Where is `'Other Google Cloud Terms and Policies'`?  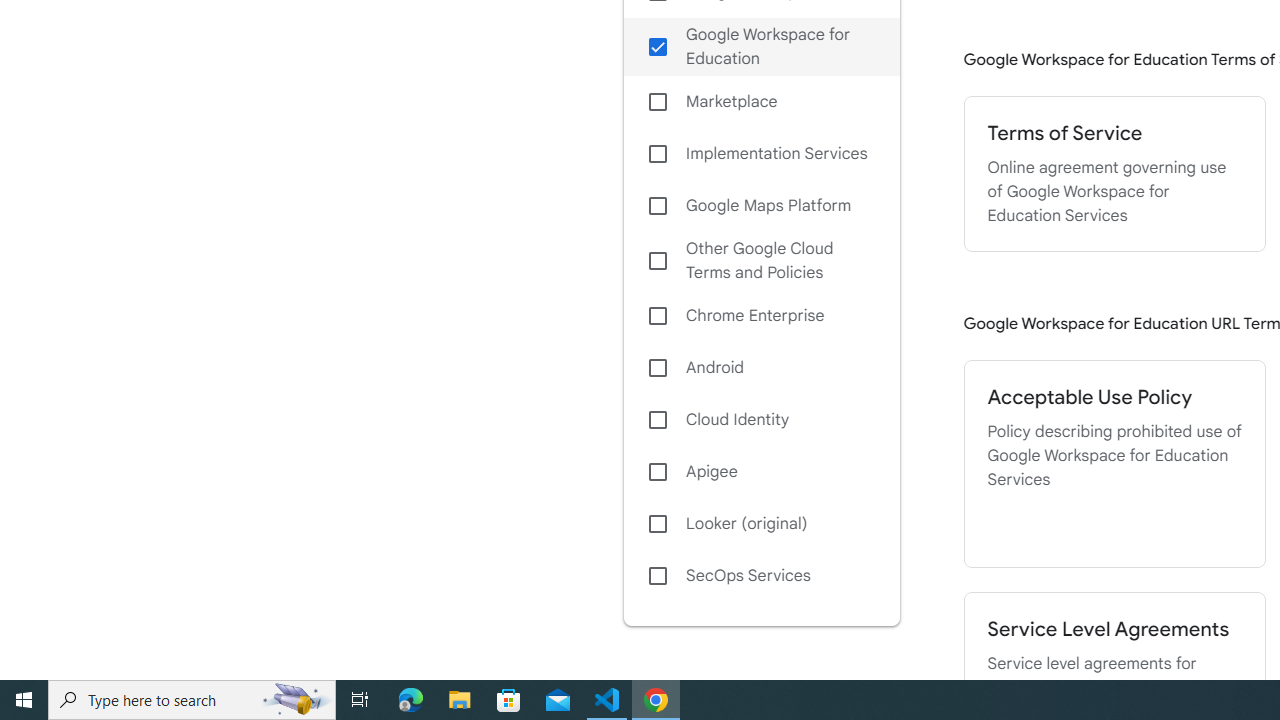 'Other Google Cloud Terms and Policies' is located at coordinates (760, 260).